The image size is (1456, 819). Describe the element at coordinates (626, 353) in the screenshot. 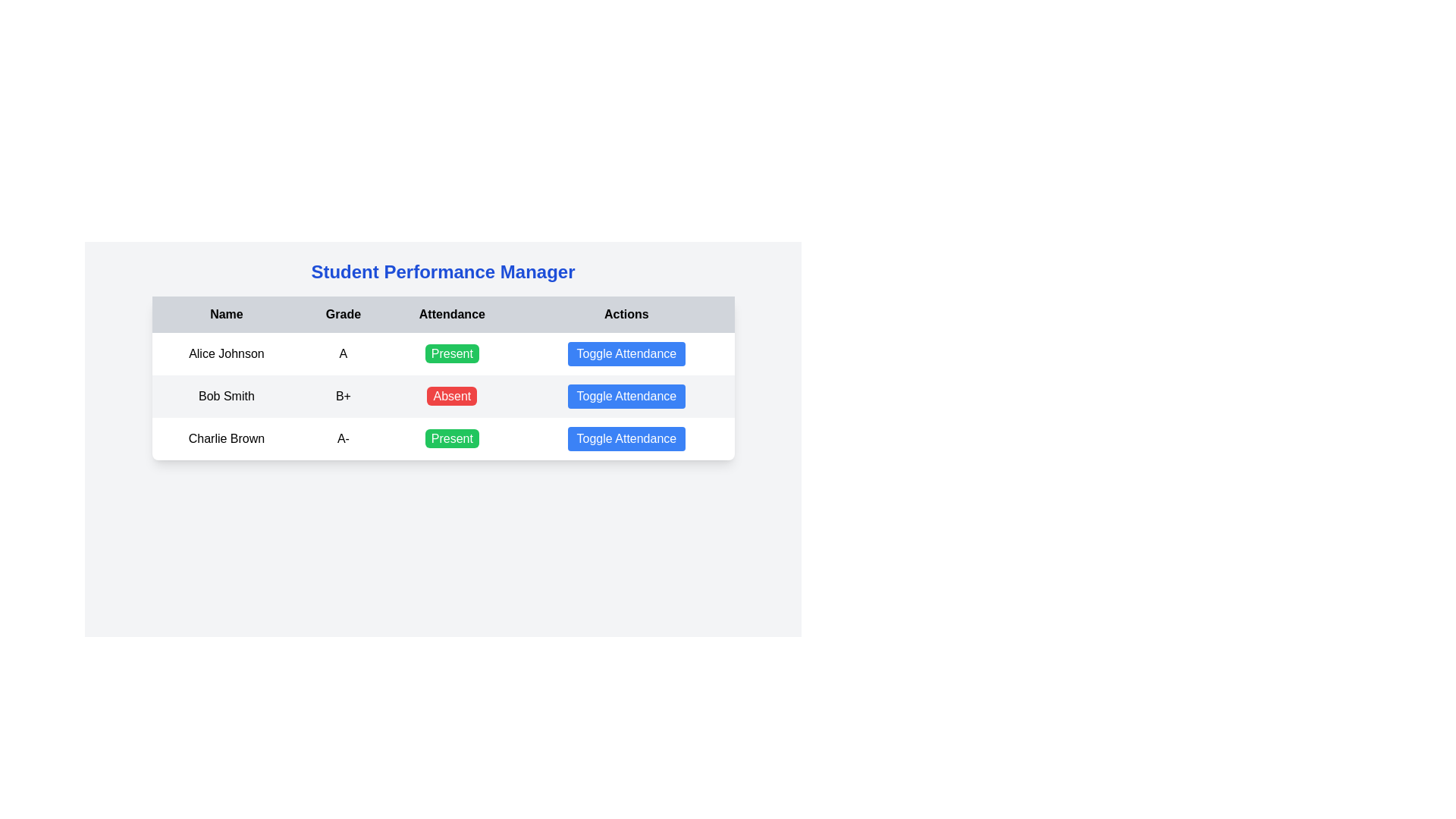

I see `the 'Toggle Attendance' button, which is a rectangular button with rounded corners and a blue background` at that location.